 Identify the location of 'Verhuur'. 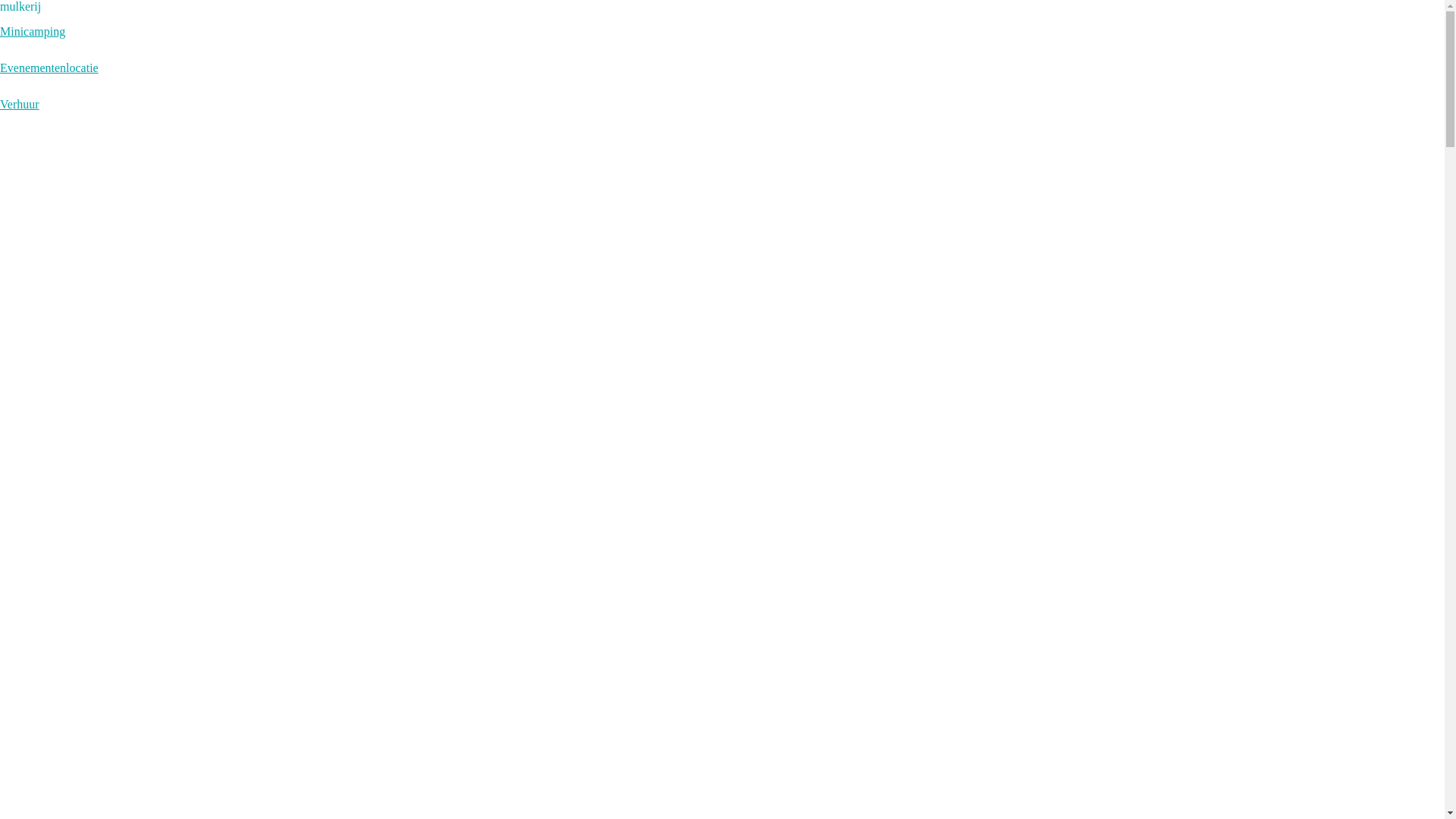
(19, 103).